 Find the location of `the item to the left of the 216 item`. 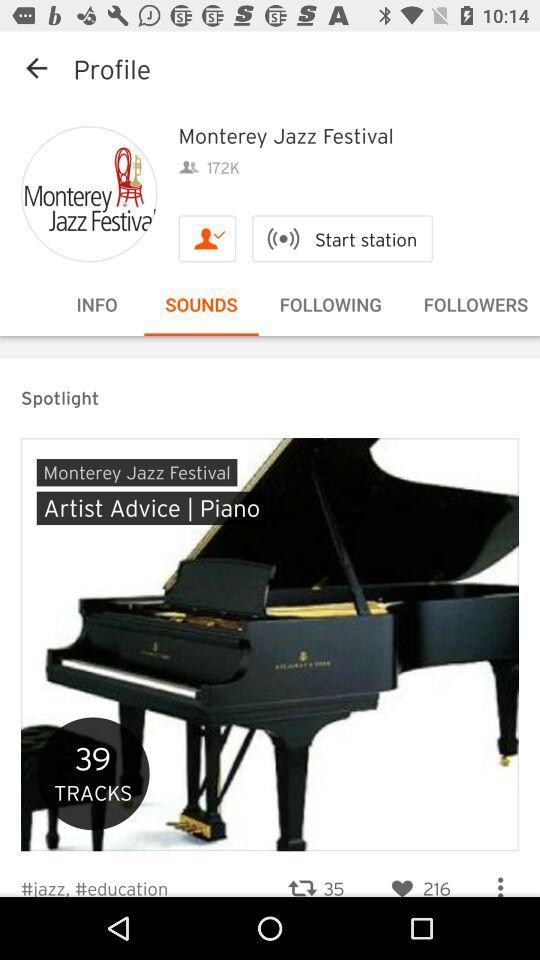

the item to the left of the 216 item is located at coordinates (315, 875).